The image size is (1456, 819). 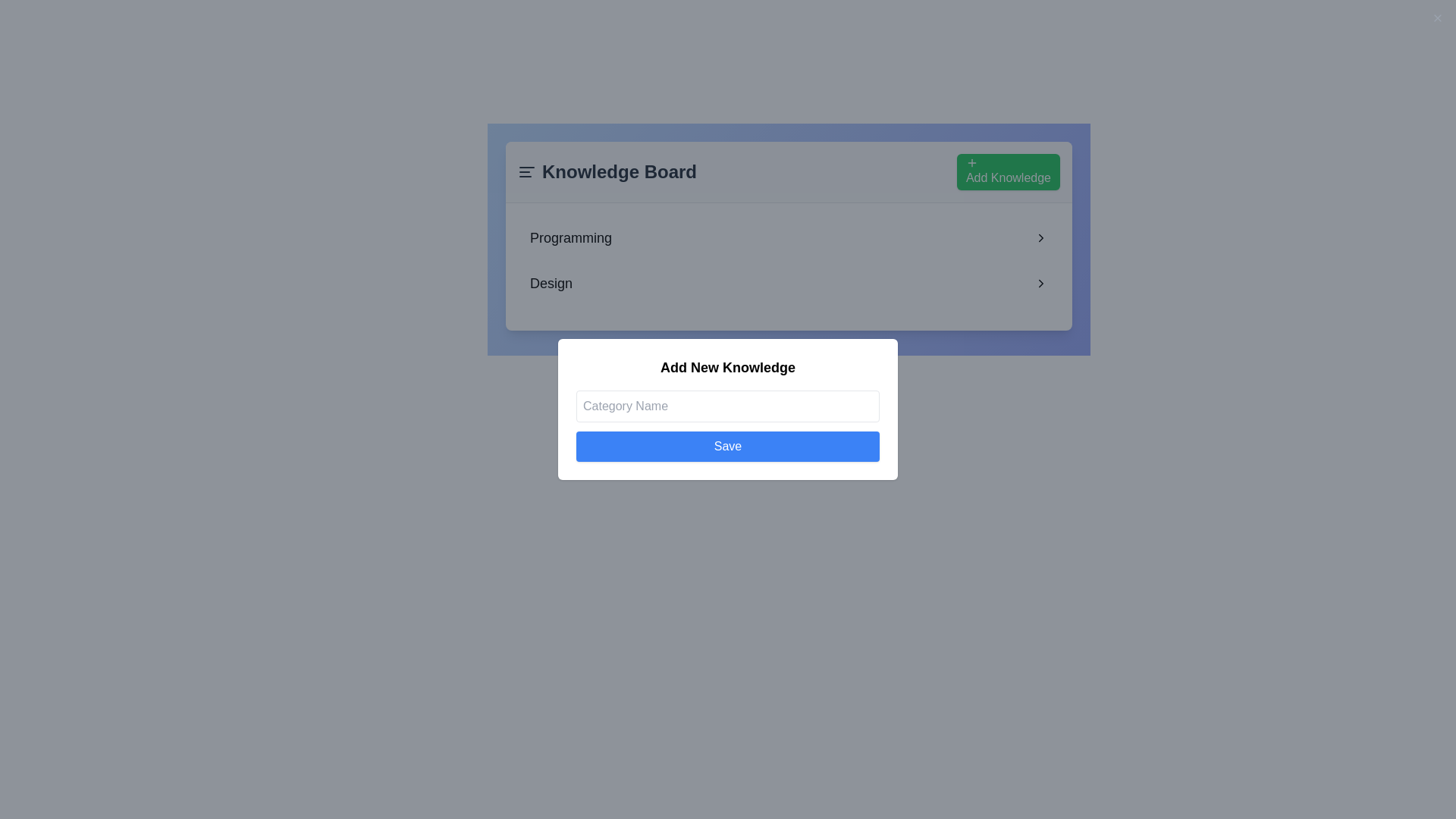 I want to click on the close button in the top-right corner of the 'Add New Knowledge' modal, so click(x=1437, y=17).